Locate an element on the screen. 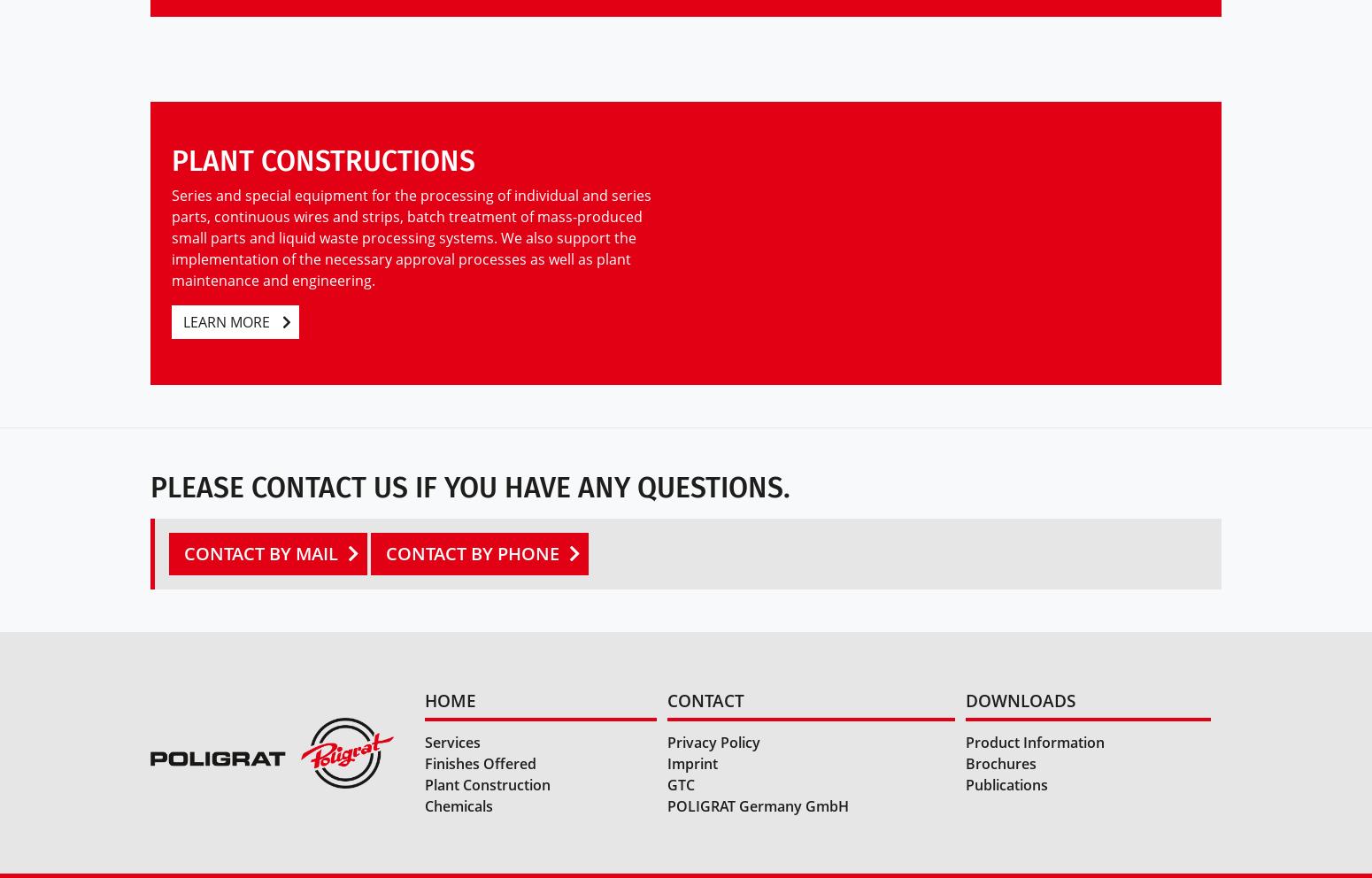 This screenshot has width=1372, height=878. 'Brochures' is located at coordinates (1000, 763).